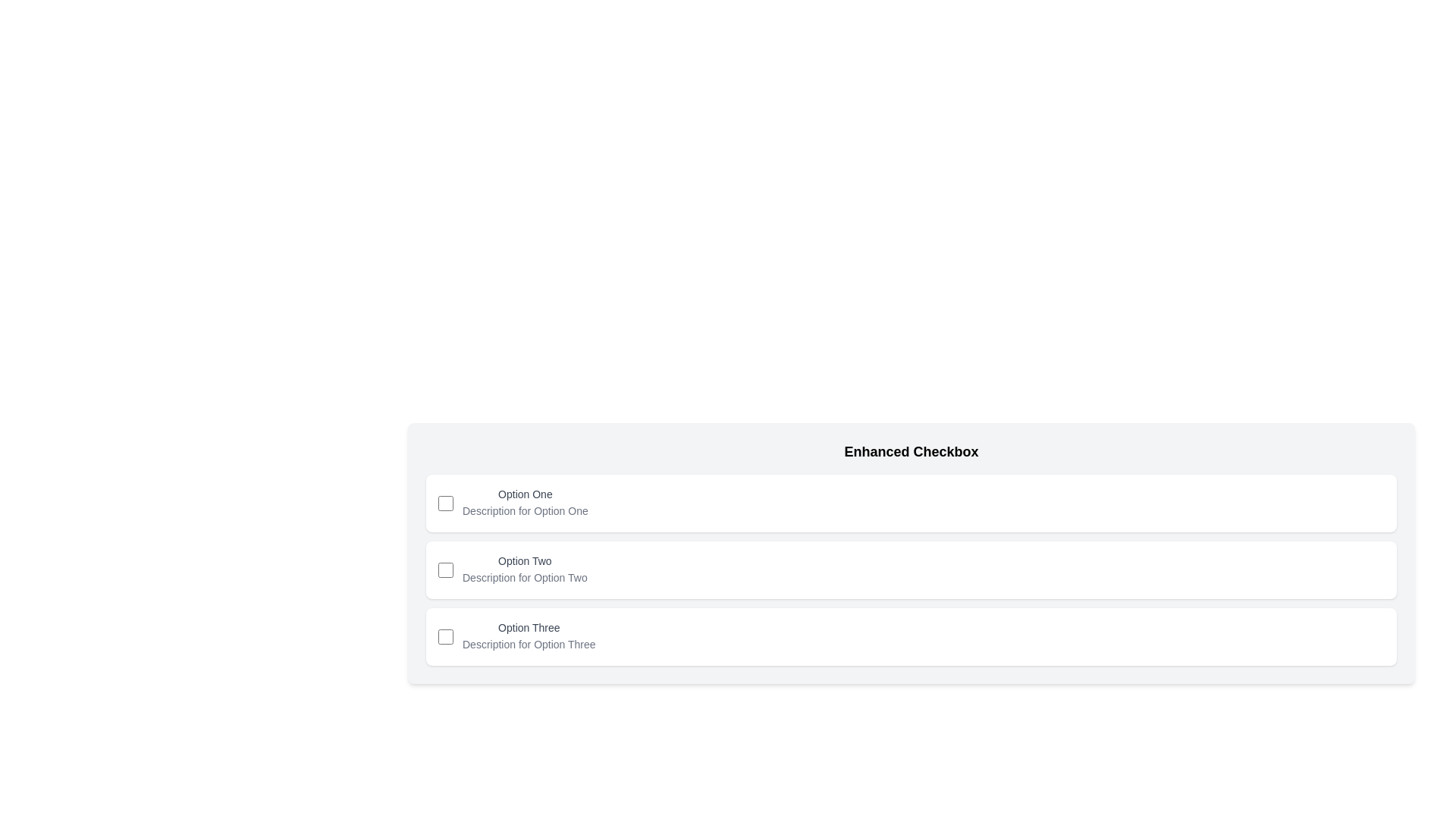  Describe the element at coordinates (529, 628) in the screenshot. I see `text label that displays 'Option Three', which is styled in gray and located in the third option grouping of the checkbox list` at that location.